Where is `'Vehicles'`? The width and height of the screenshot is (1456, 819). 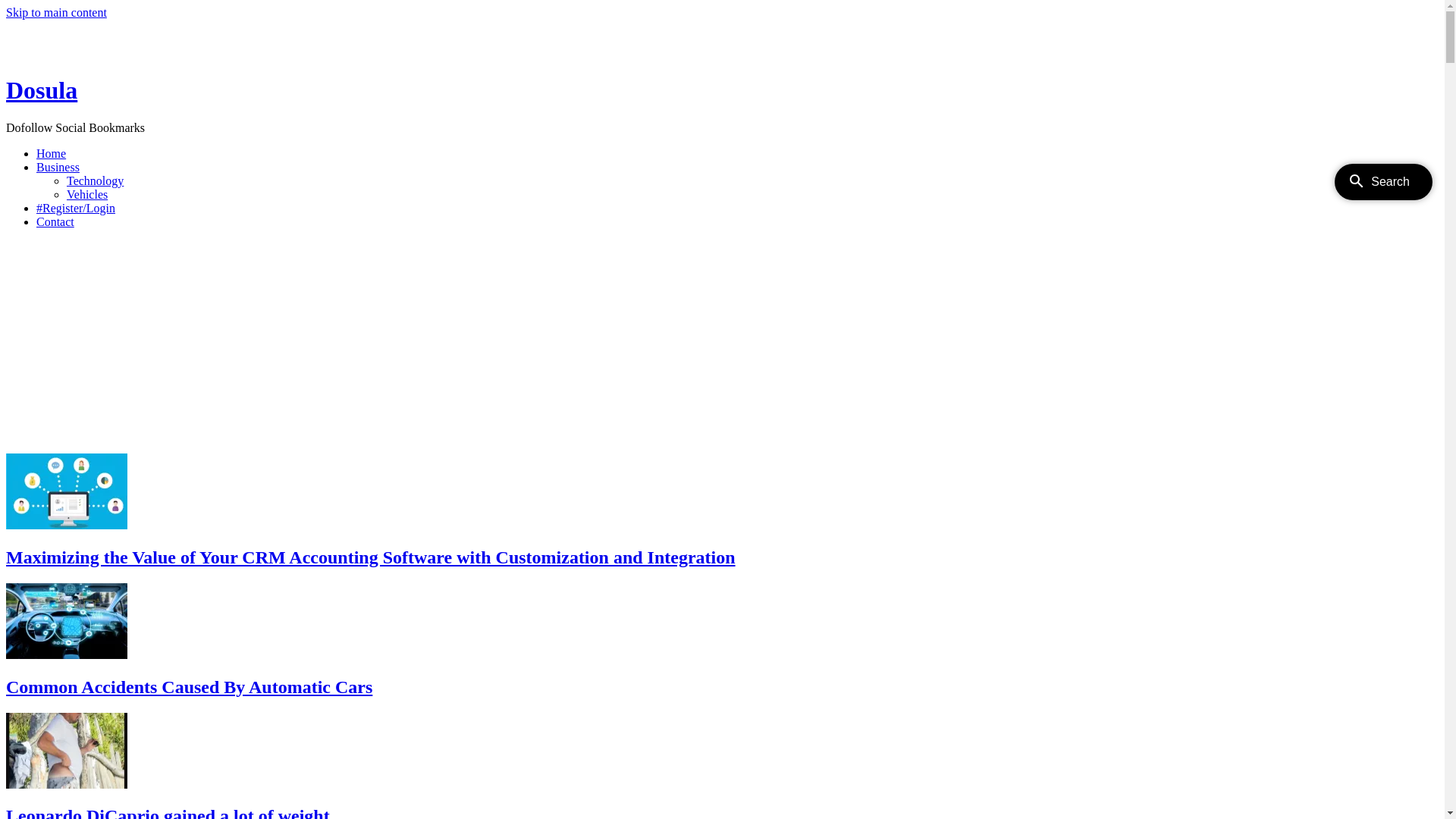 'Vehicles' is located at coordinates (65, 193).